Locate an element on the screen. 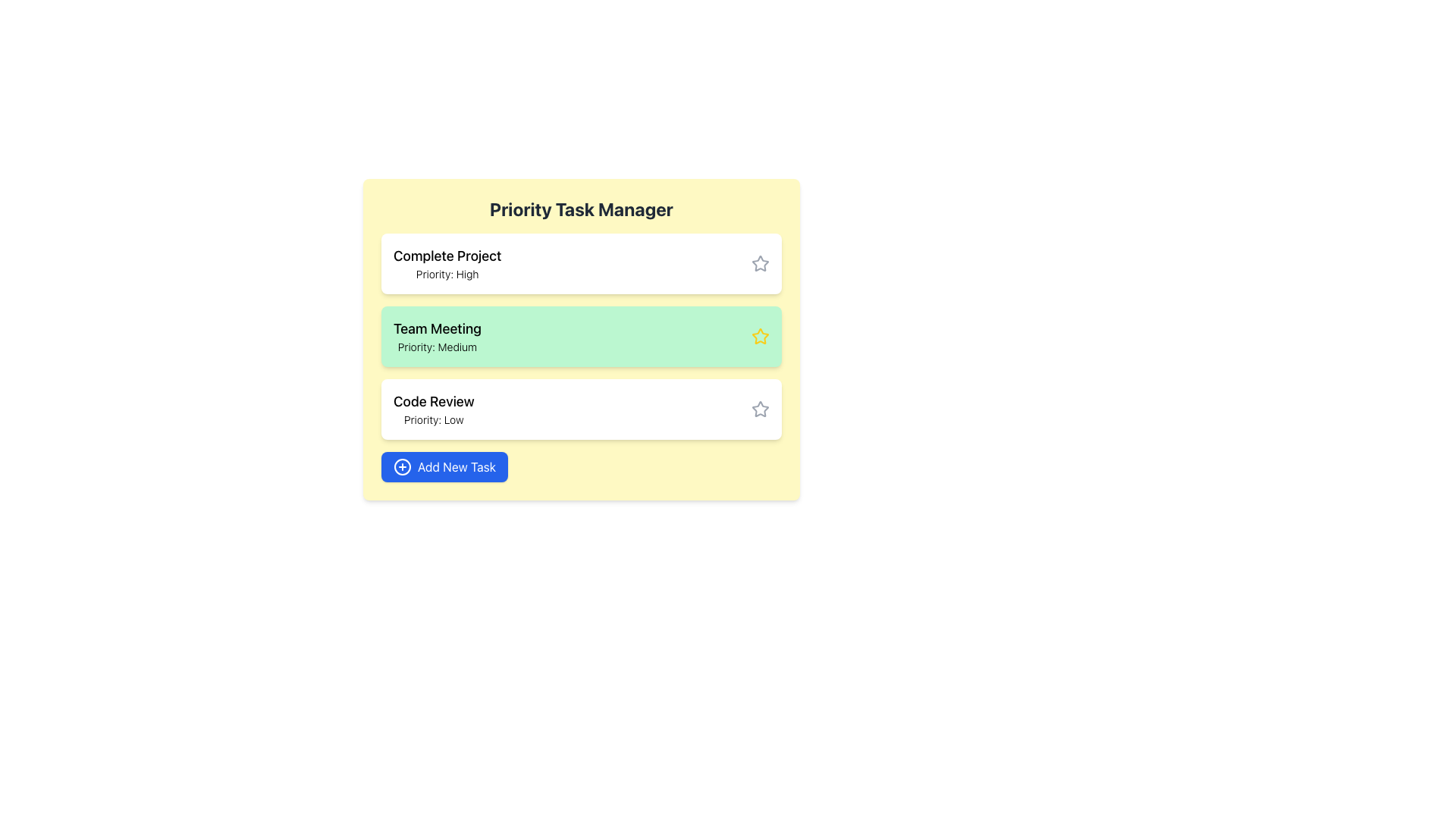  the 'Priority: Low' label located within the 'Code Review' task card, which provides additional detail as subtext beneath the main title 'Code Review' is located at coordinates (433, 420).